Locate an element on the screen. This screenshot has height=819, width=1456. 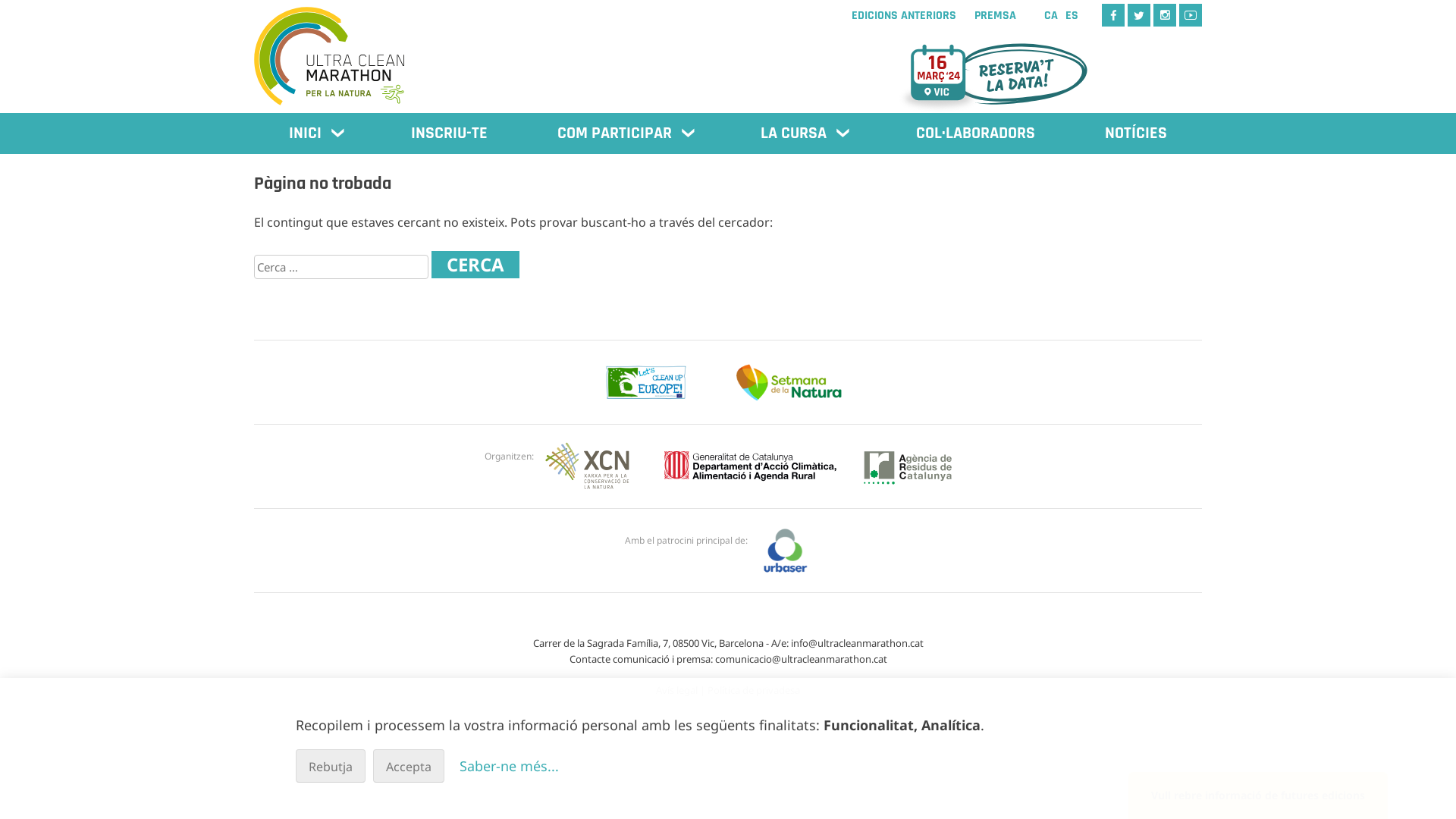
'CA' is located at coordinates (1050, 15).